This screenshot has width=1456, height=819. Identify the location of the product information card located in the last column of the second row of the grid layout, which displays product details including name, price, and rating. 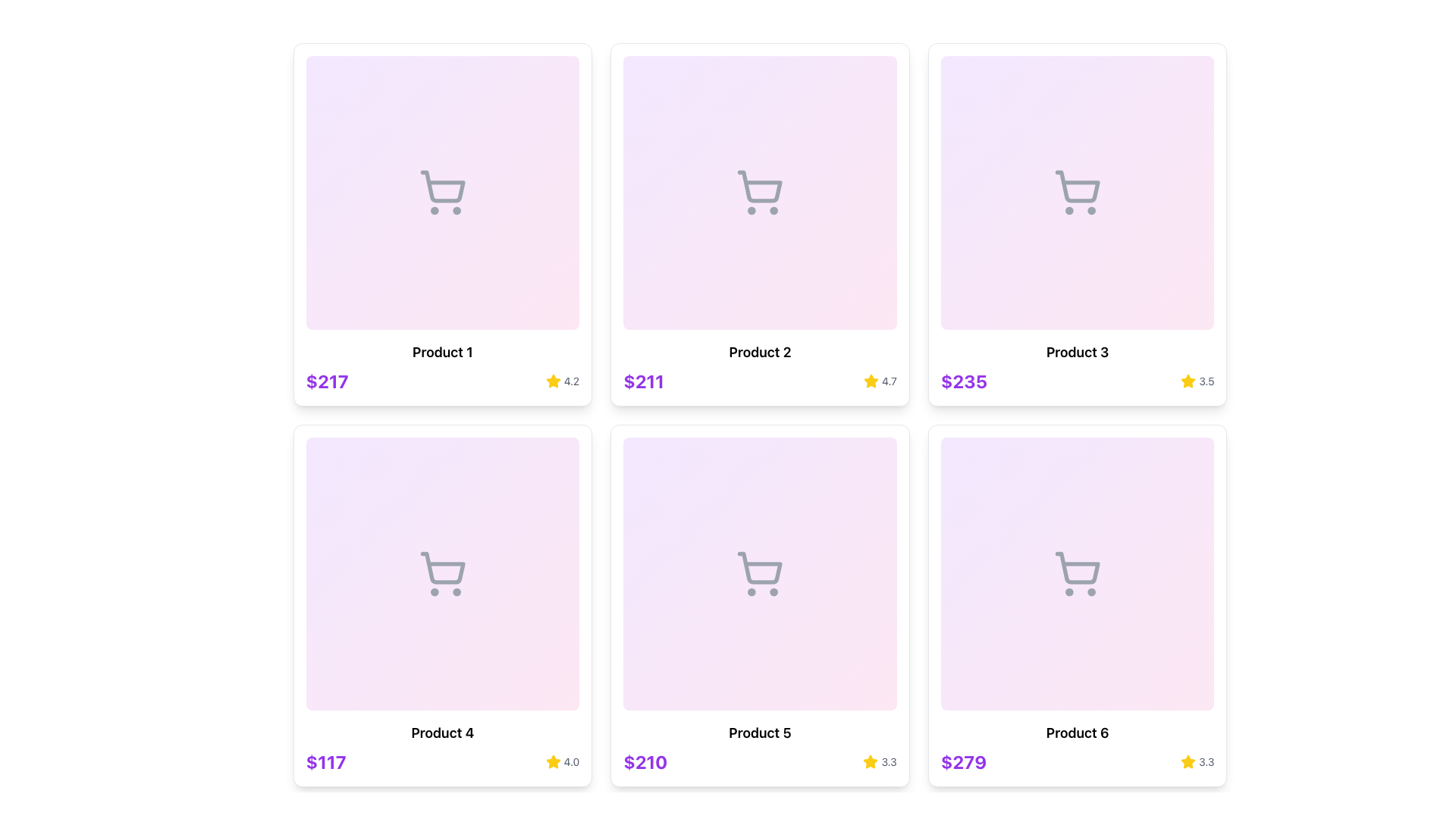
(1077, 604).